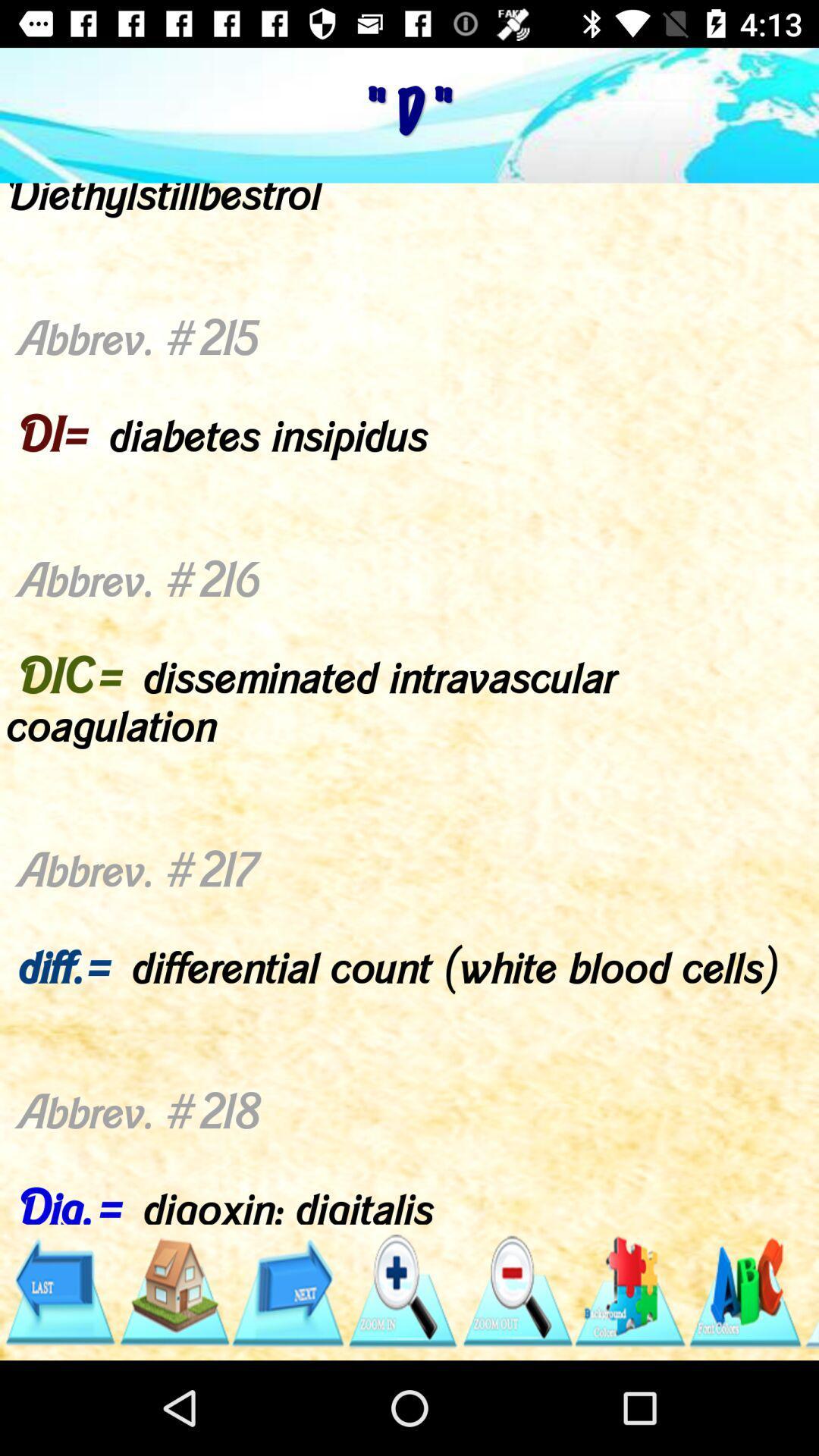 This screenshot has width=819, height=1456. Describe the element at coordinates (810, 1291) in the screenshot. I see `icon below abbrev 	209	 	d` at that location.